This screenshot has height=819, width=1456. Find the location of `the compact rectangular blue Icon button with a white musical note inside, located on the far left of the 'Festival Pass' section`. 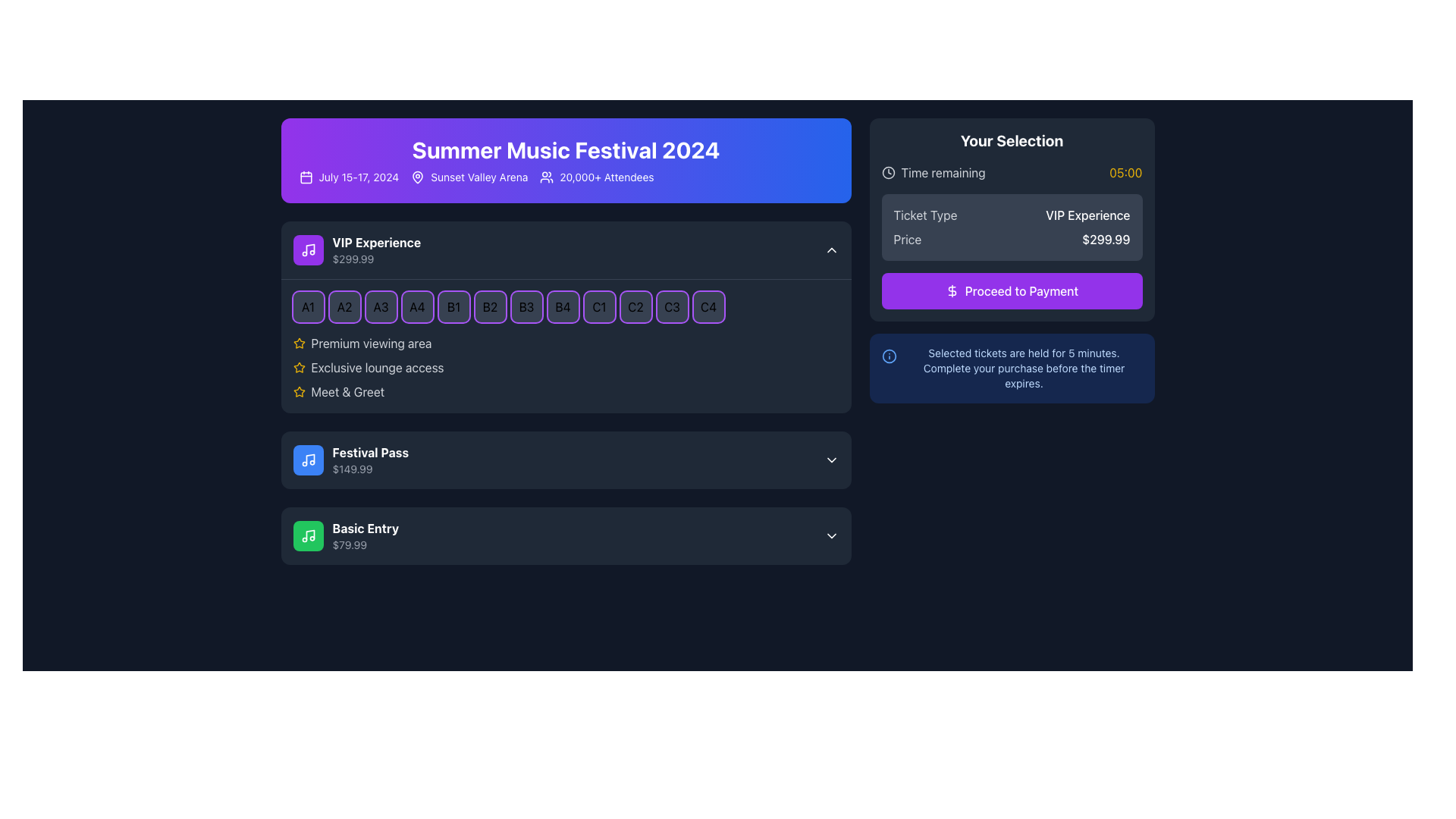

the compact rectangular blue Icon button with a white musical note inside, located on the far left of the 'Festival Pass' section is located at coordinates (307, 459).